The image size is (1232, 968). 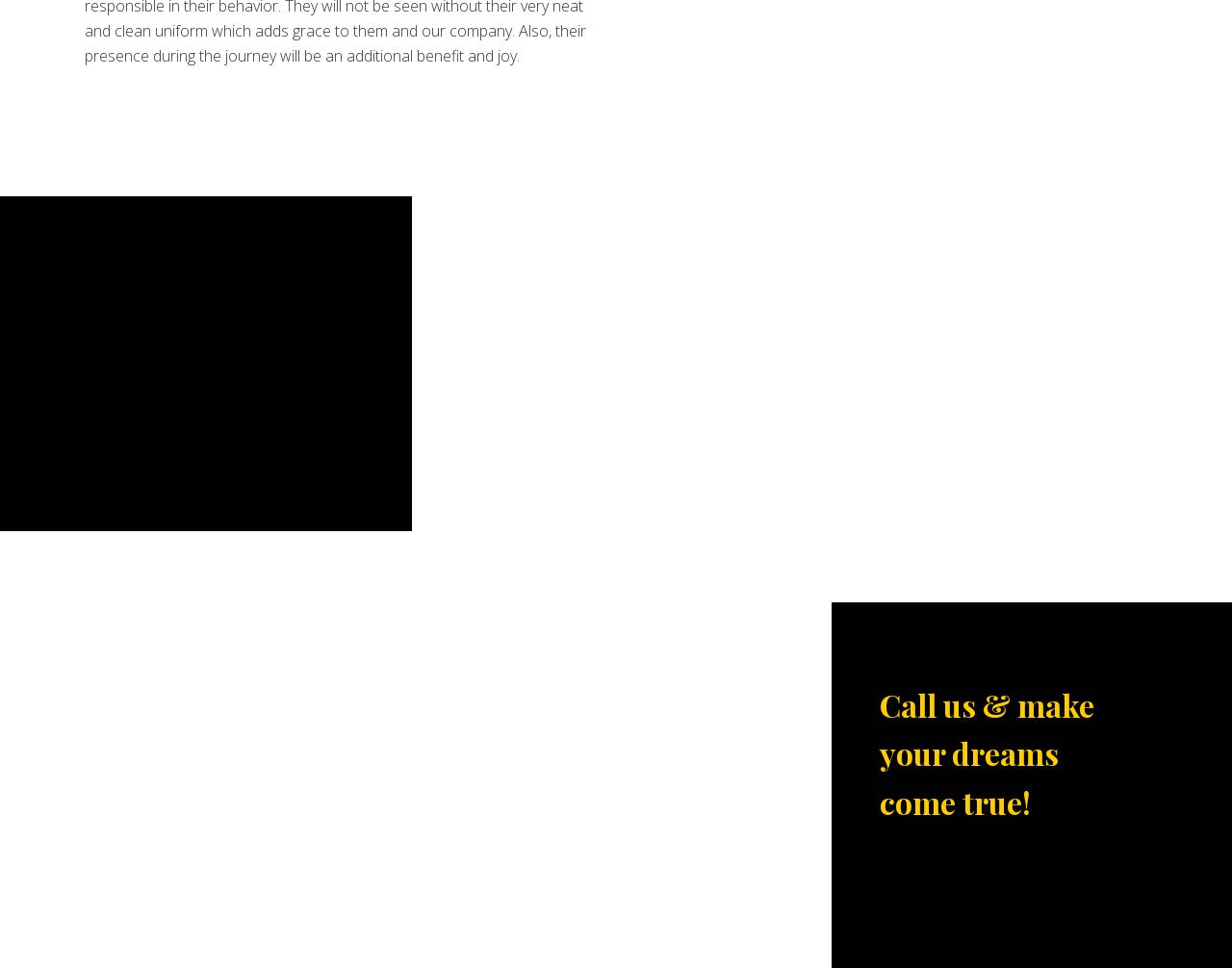 I want to click on 'Titanium Prom Party Bus Service is known for its professionalism and our rentals are mostly already booked. Call us now to get the details.', so click(x=1000, y=362).